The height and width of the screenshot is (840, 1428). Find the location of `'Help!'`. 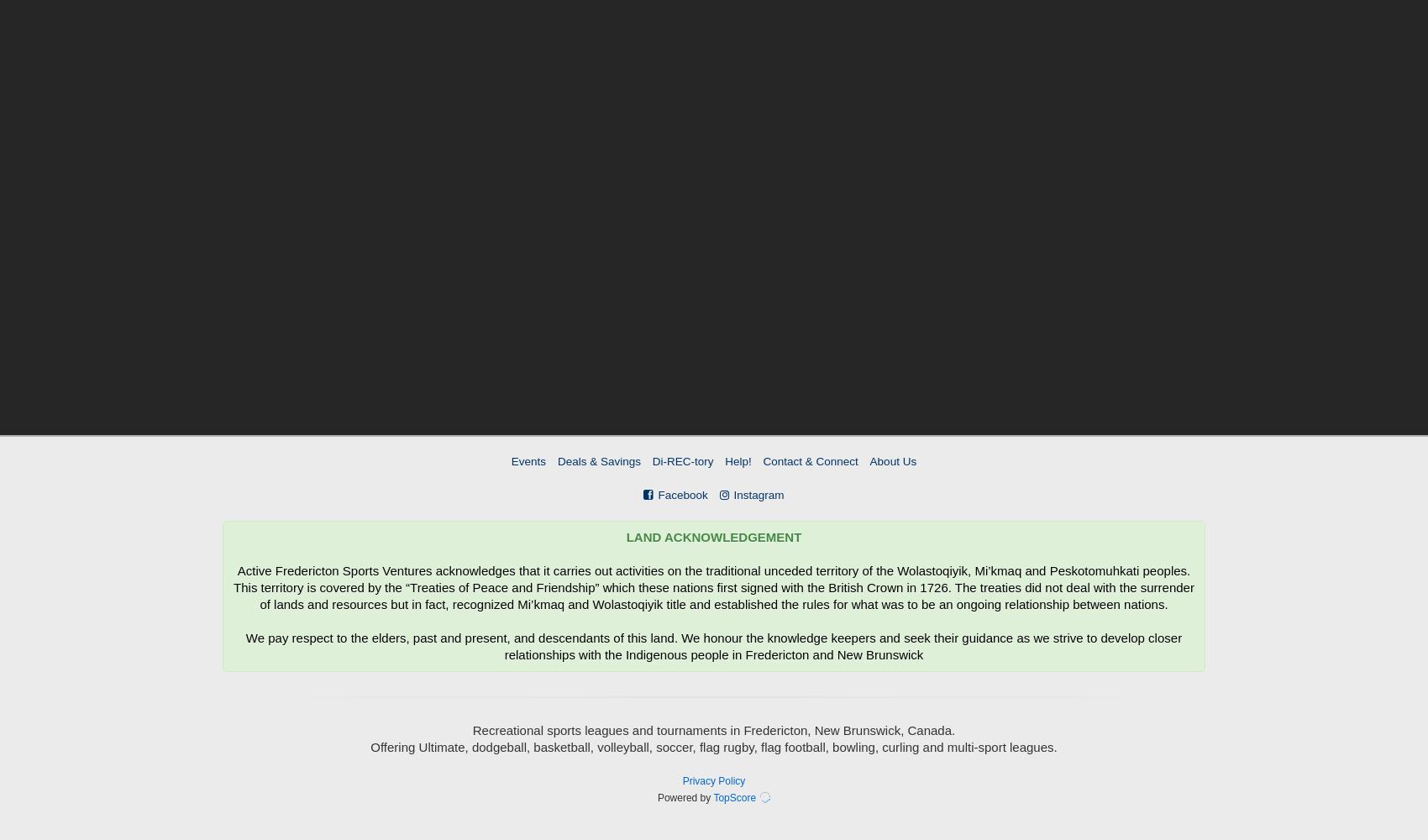

'Help!' is located at coordinates (738, 461).